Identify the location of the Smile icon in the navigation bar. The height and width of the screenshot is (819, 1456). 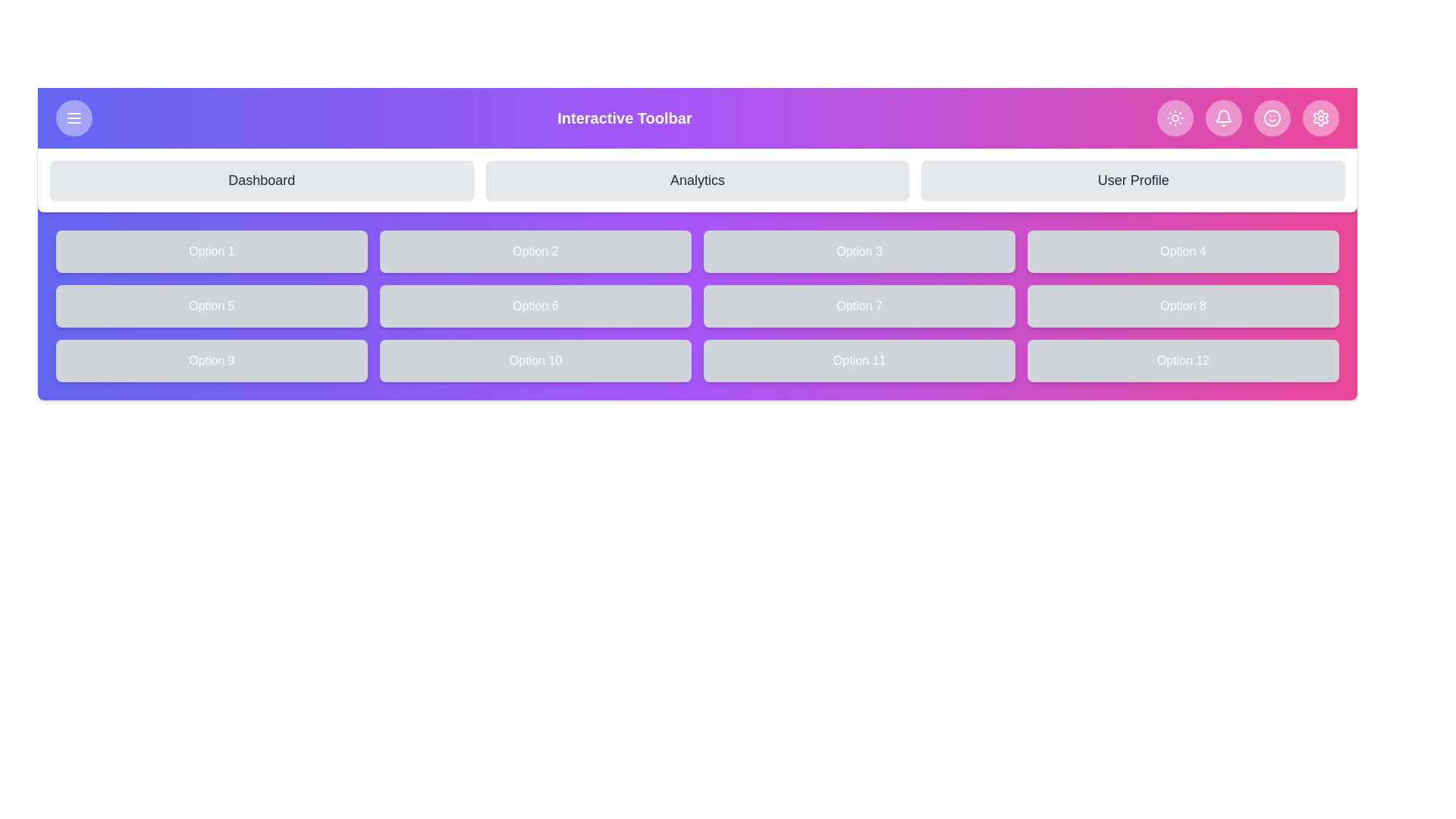
(1272, 117).